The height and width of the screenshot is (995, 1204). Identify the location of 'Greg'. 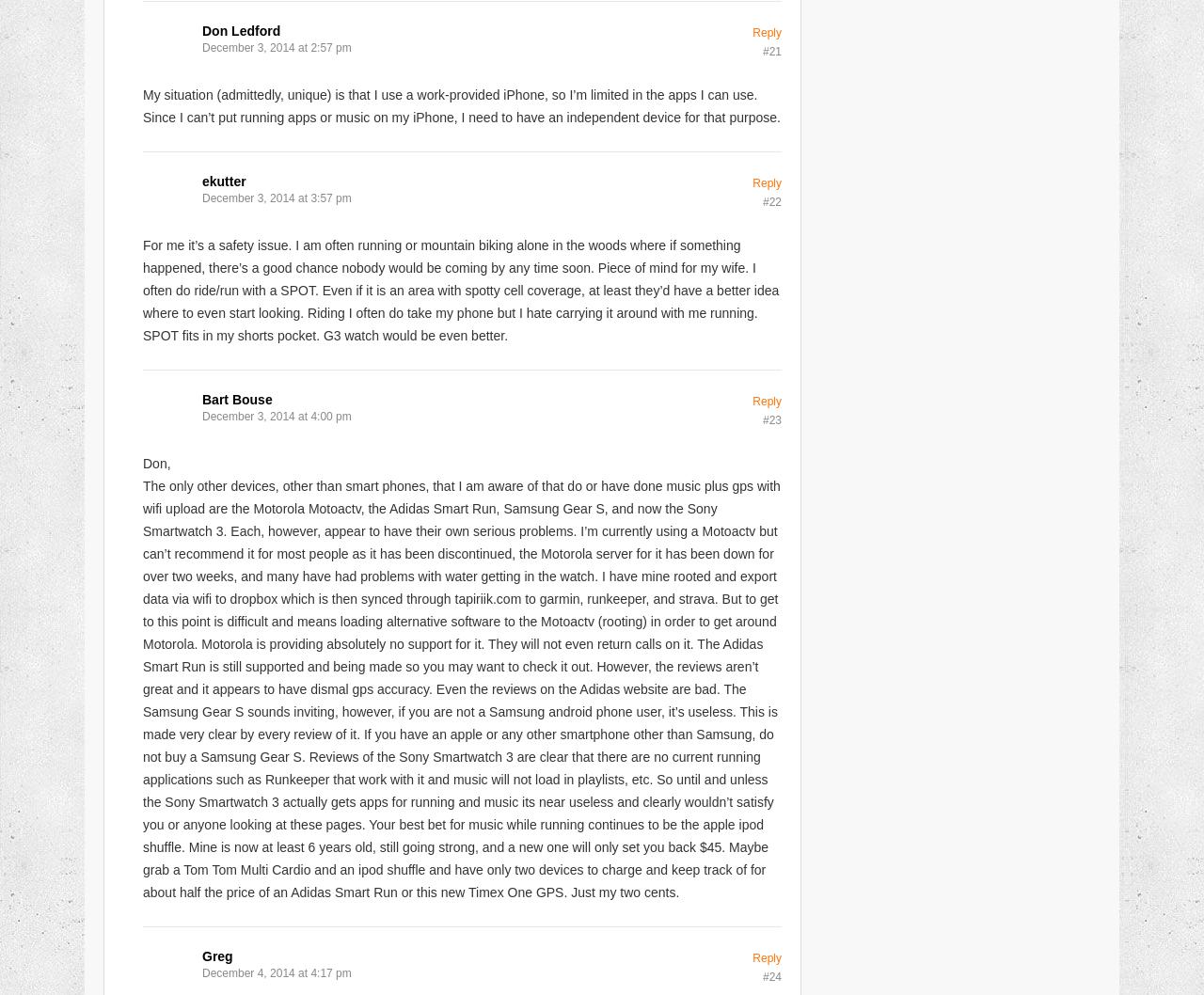
(217, 954).